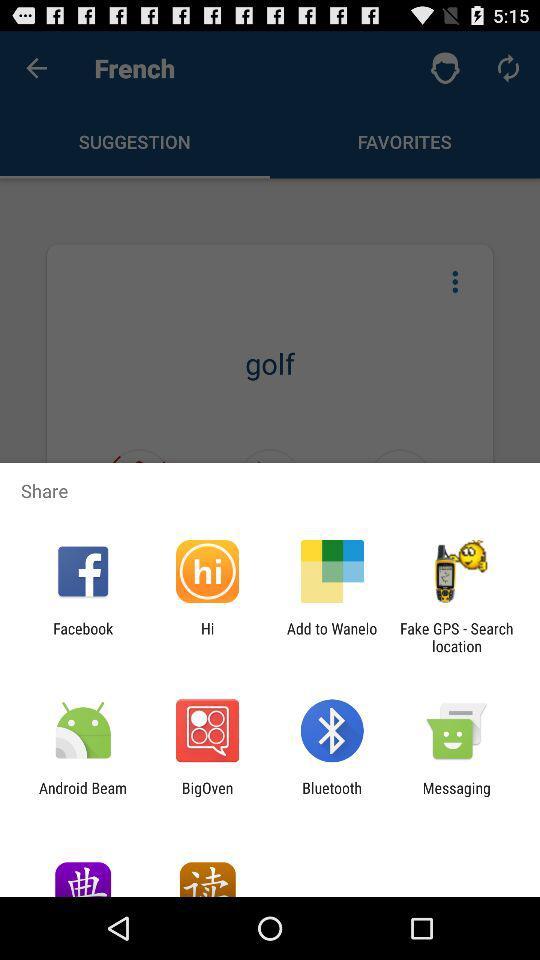 The height and width of the screenshot is (960, 540). What do you see at coordinates (206, 796) in the screenshot?
I see `icon to the right of android beam item` at bounding box center [206, 796].